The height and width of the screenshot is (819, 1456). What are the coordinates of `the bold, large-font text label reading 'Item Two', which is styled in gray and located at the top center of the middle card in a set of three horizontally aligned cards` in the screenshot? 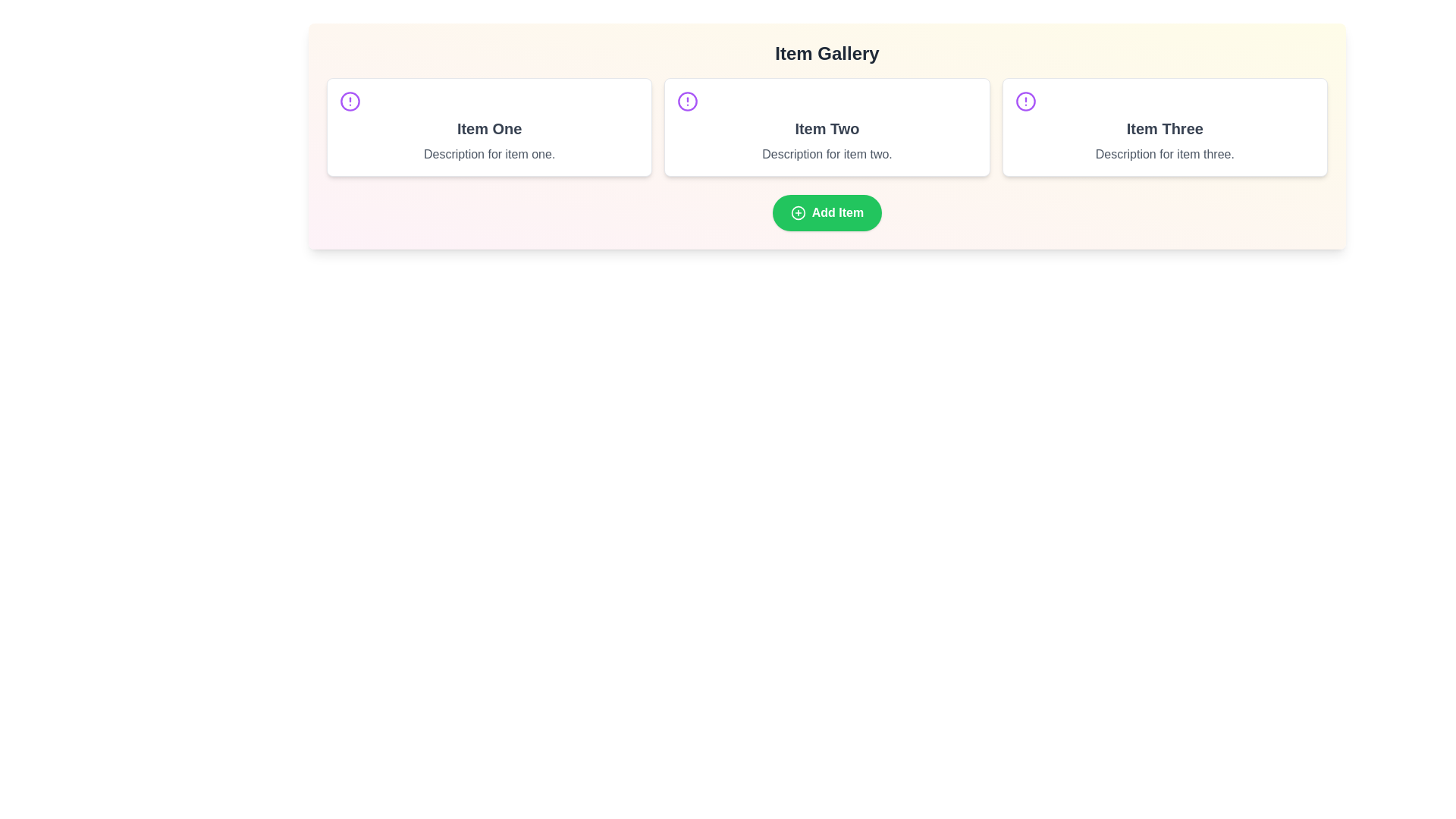 It's located at (826, 127).